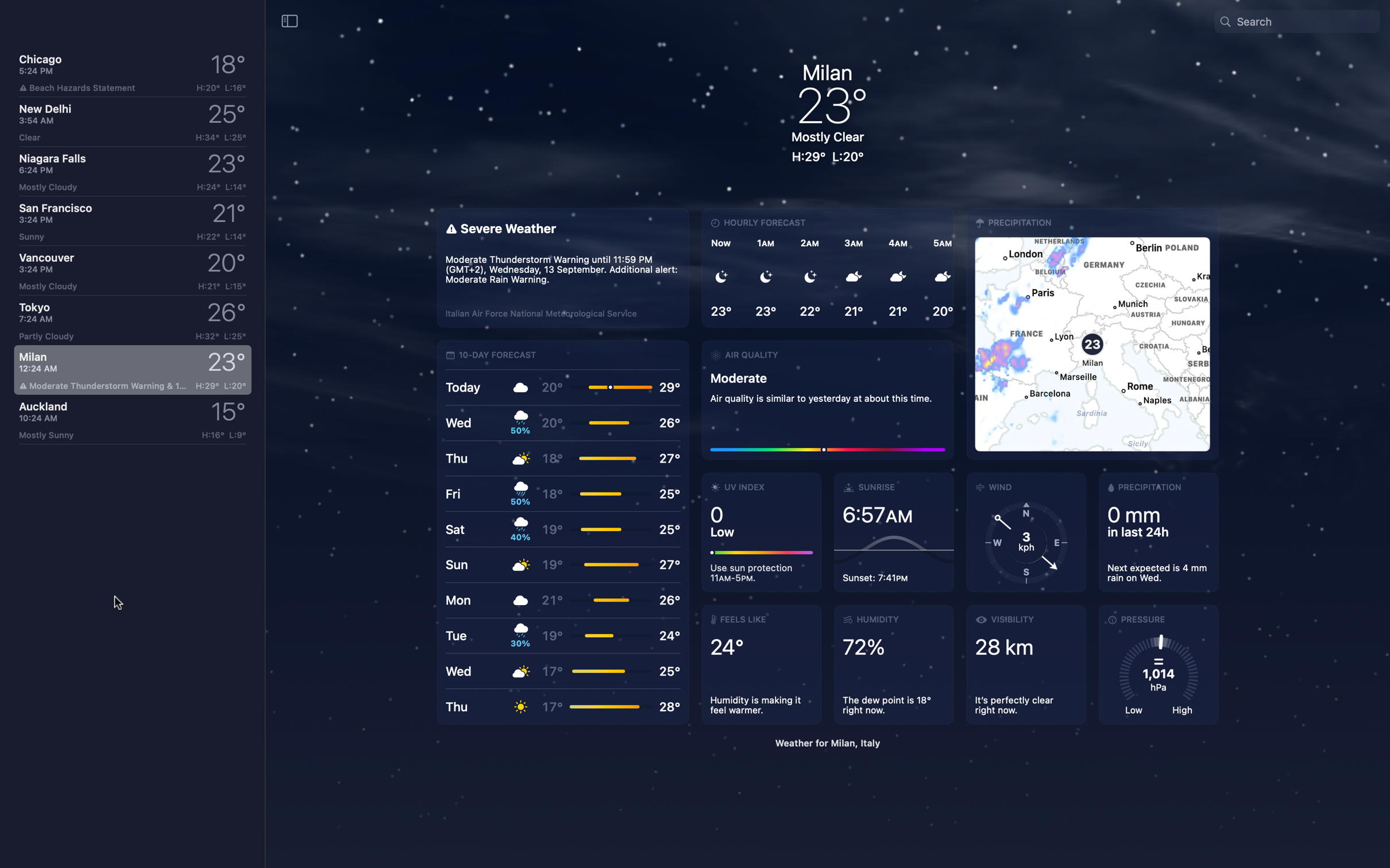 The height and width of the screenshot is (868, 1390). Describe the element at coordinates (1155, 533) in the screenshot. I see `Verify rainfall data` at that location.